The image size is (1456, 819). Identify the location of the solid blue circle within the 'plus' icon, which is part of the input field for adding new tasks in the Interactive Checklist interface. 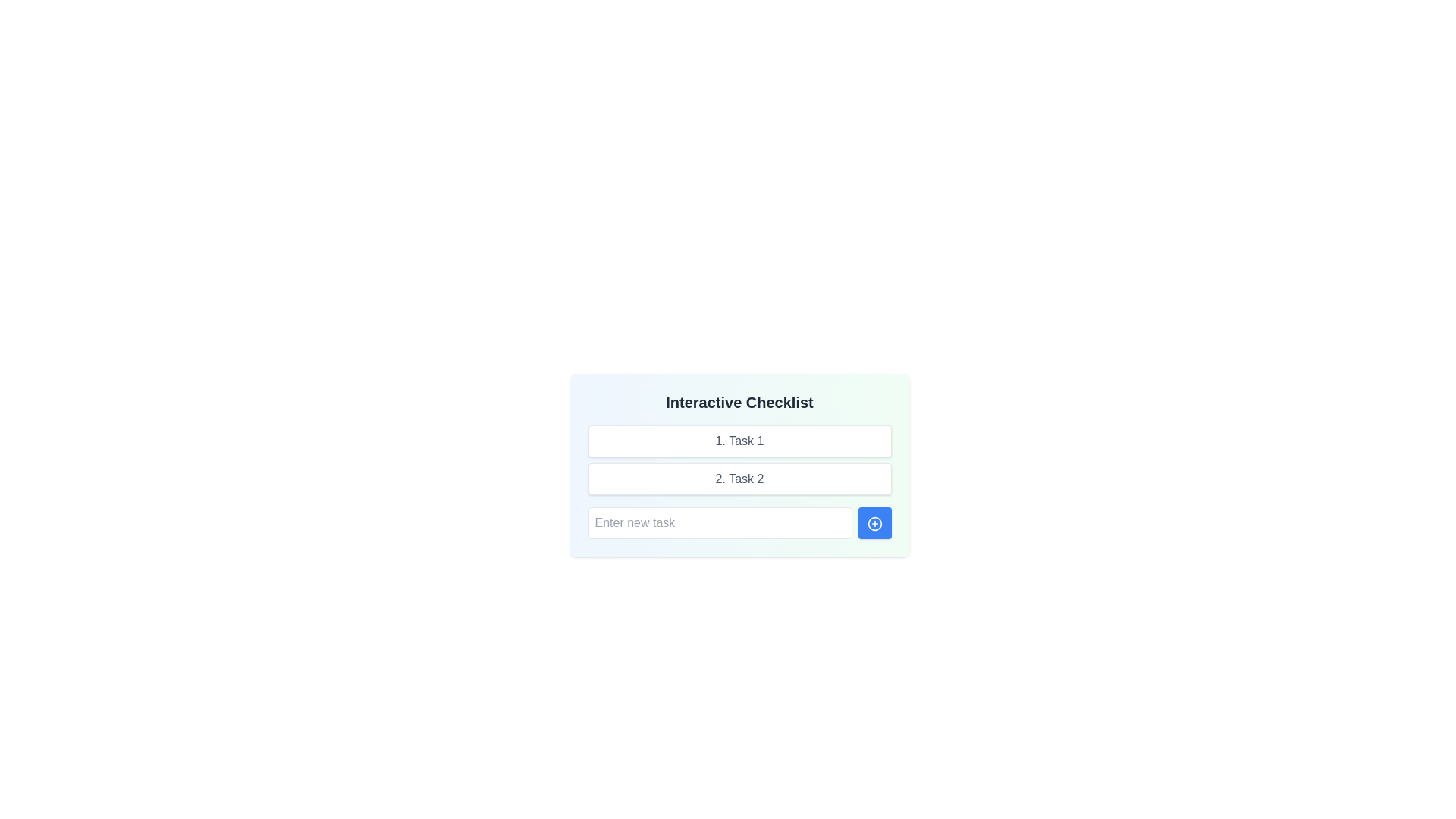
(874, 522).